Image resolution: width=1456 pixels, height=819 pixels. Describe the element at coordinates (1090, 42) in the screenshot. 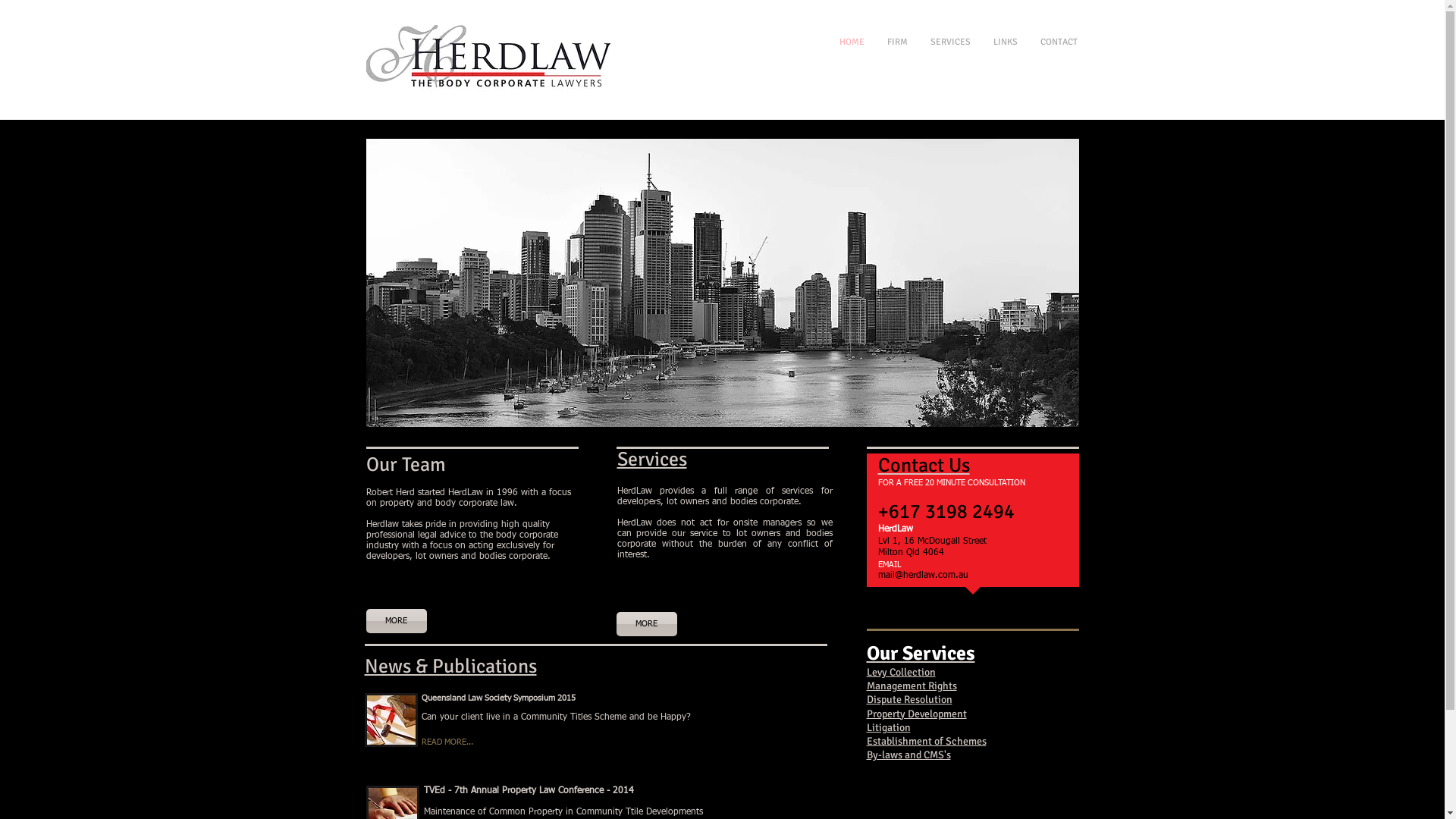

I see `'CONTACT'` at that location.